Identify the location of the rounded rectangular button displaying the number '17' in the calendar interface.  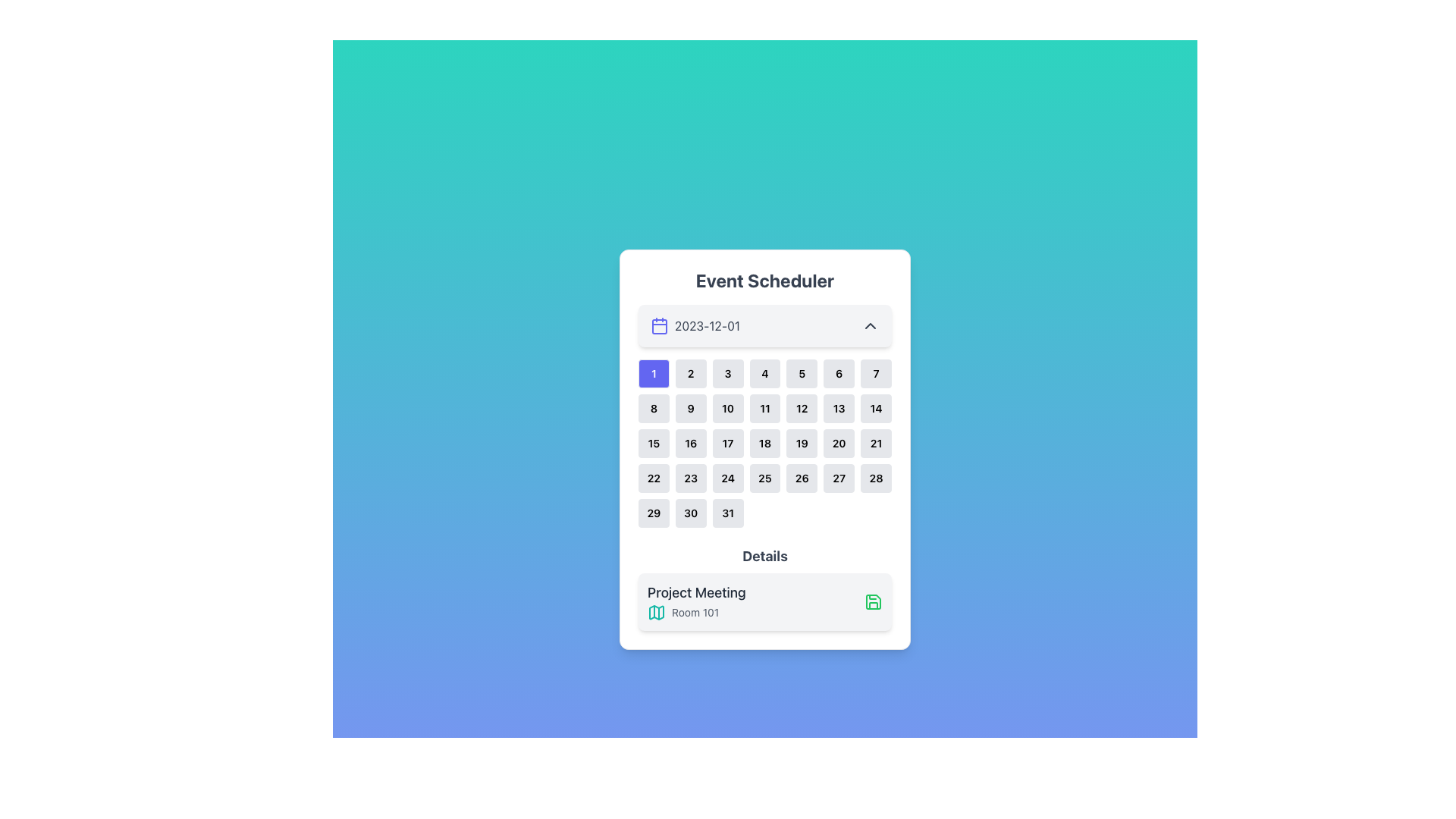
(728, 444).